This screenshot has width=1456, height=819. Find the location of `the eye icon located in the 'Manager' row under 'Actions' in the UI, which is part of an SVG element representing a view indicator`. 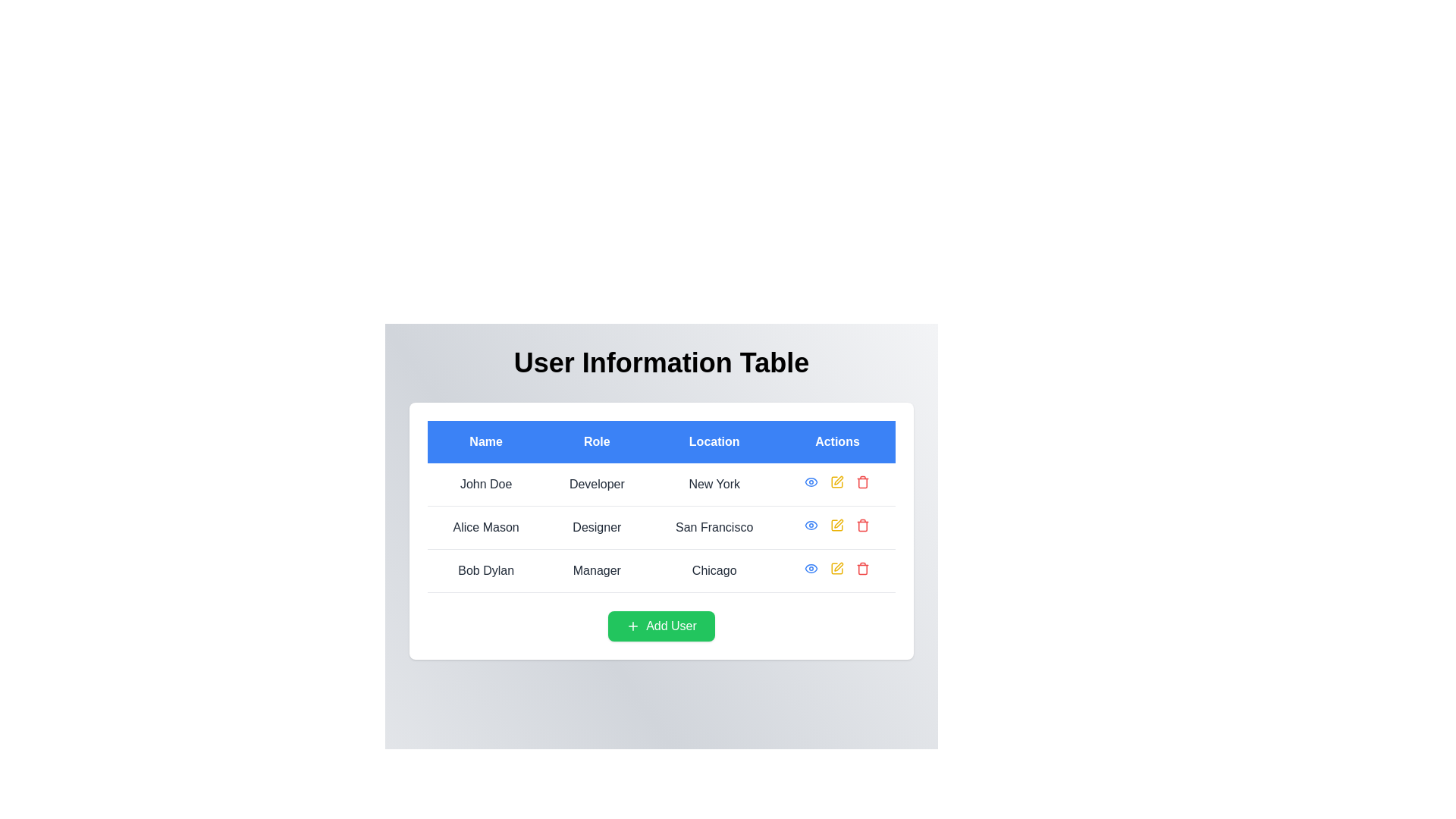

the eye icon located in the 'Manager' row under 'Actions' in the UI, which is part of an SVG element representing a view indicator is located at coordinates (811, 568).